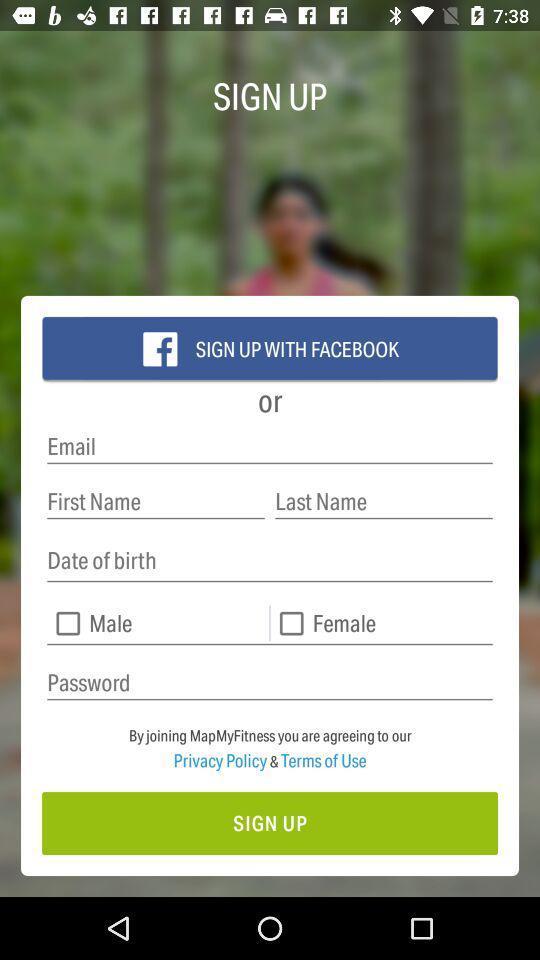 This screenshot has height=960, width=540. I want to click on the field email which is below or, so click(270, 446).